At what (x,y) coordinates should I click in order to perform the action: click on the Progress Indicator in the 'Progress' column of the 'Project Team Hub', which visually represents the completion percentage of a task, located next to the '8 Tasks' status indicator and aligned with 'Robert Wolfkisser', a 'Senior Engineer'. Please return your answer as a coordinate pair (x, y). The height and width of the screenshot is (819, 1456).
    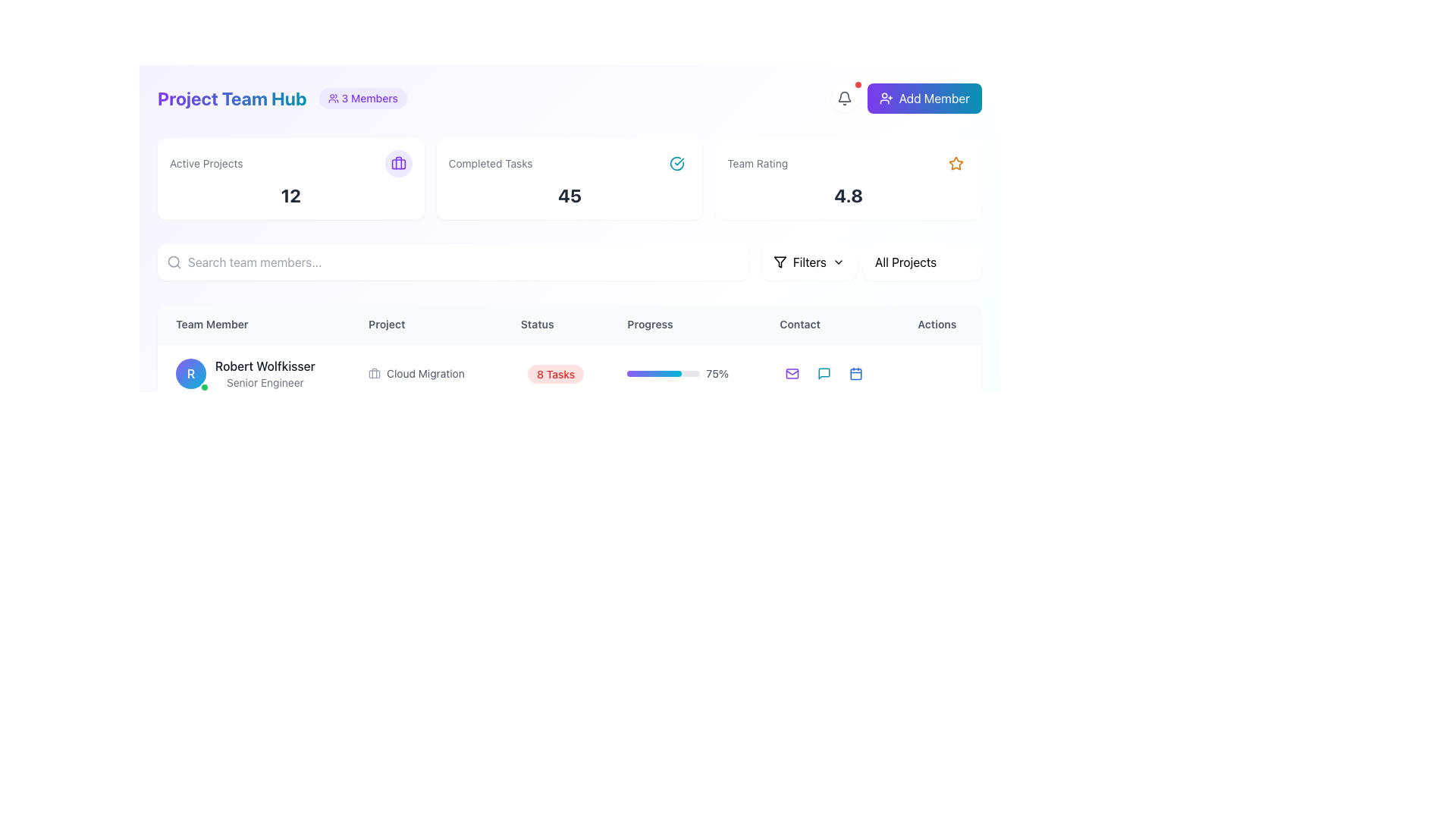
    Looking at the image, I should click on (684, 373).